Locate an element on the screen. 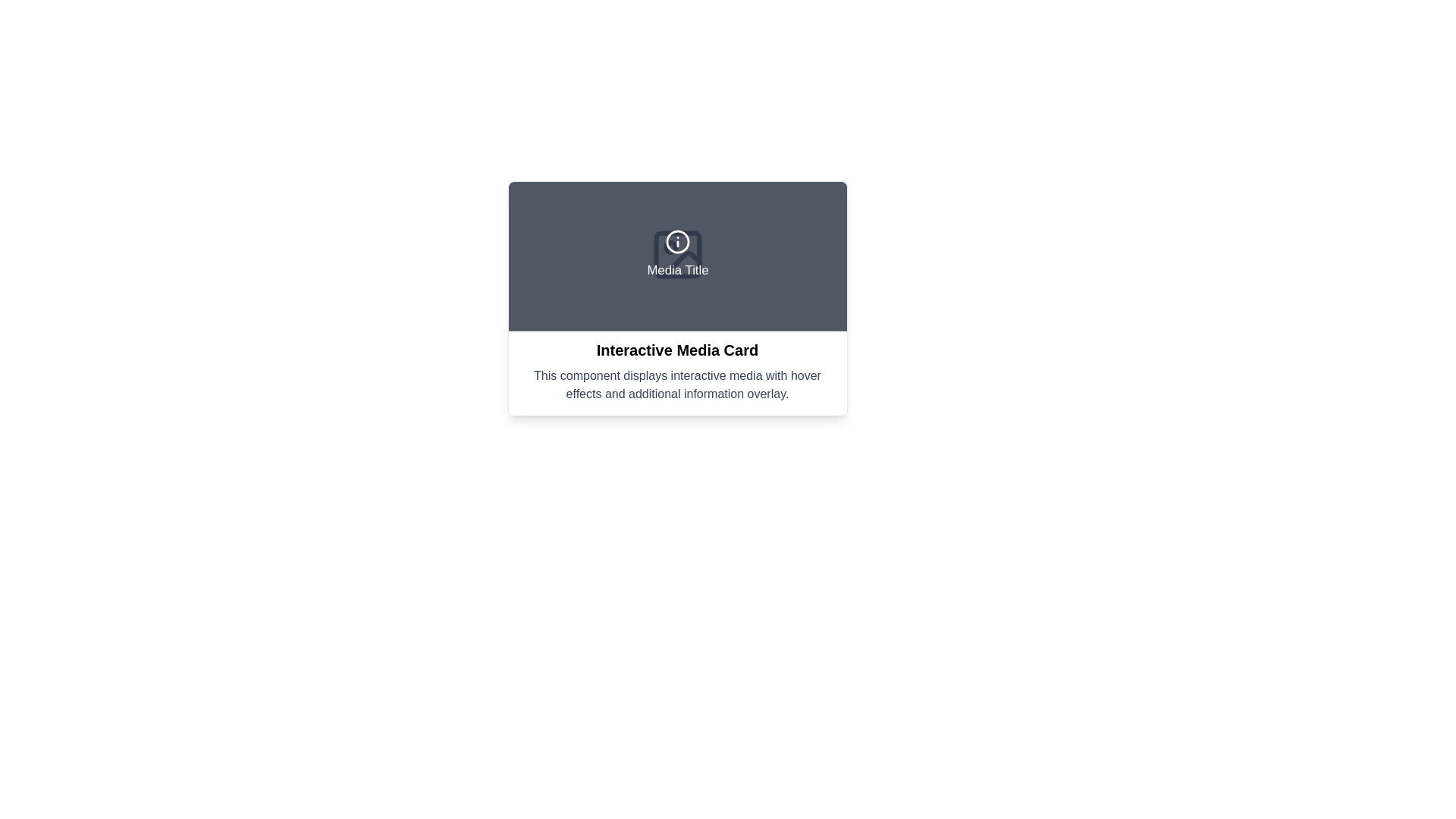 Image resolution: width=1456 pixels, height=819 pixels. text of the Interactive Media Card, which features a dark background with an icon and the title 'Media Title' at the top and a white background with the bold title 'Interactive Media Card' at the bottom is located at coordinates (676, 298).